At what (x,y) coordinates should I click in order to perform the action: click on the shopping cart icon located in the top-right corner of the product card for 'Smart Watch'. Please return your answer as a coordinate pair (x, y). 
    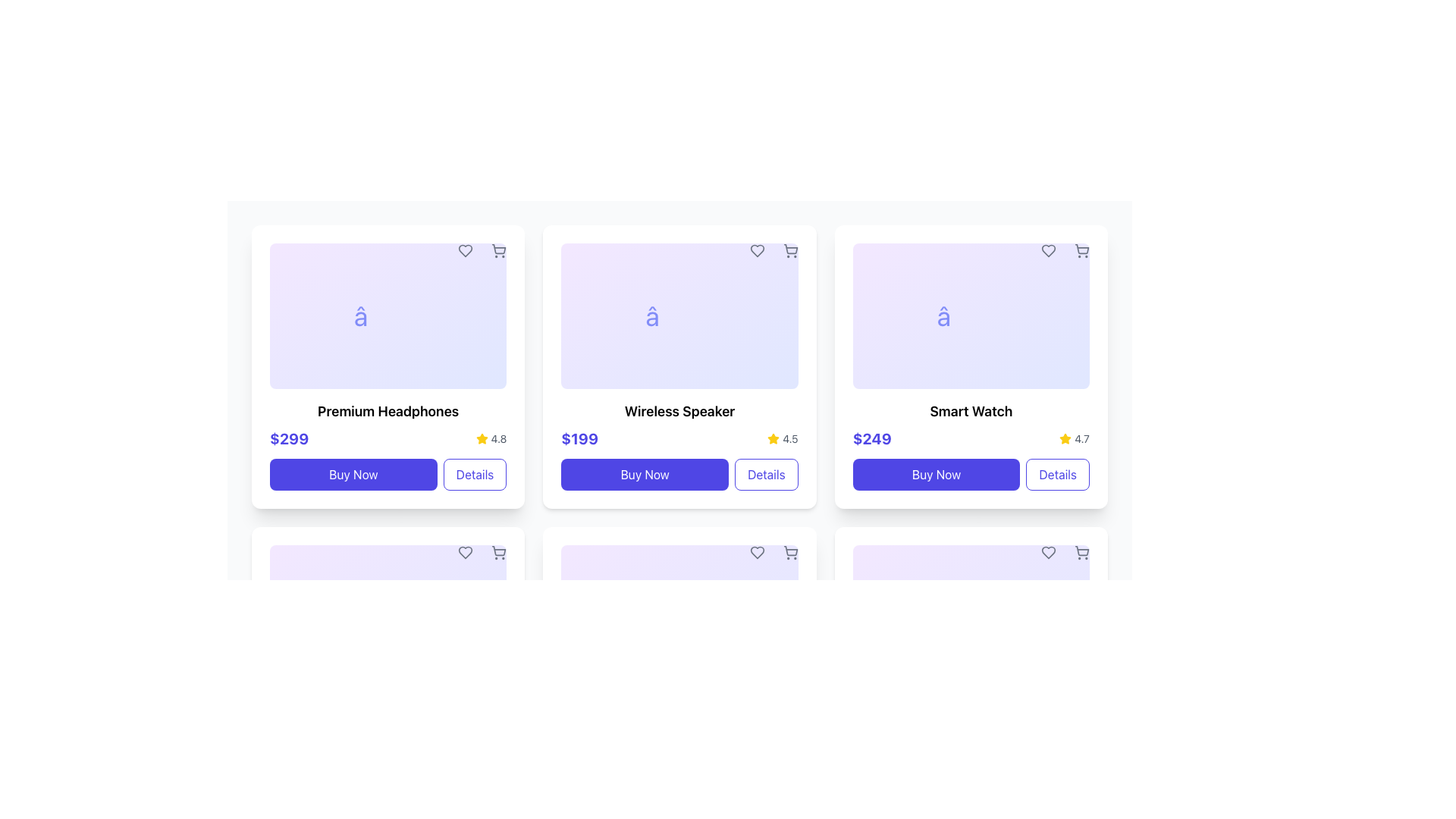
    Looking at the image, I should click on (1081, 248).